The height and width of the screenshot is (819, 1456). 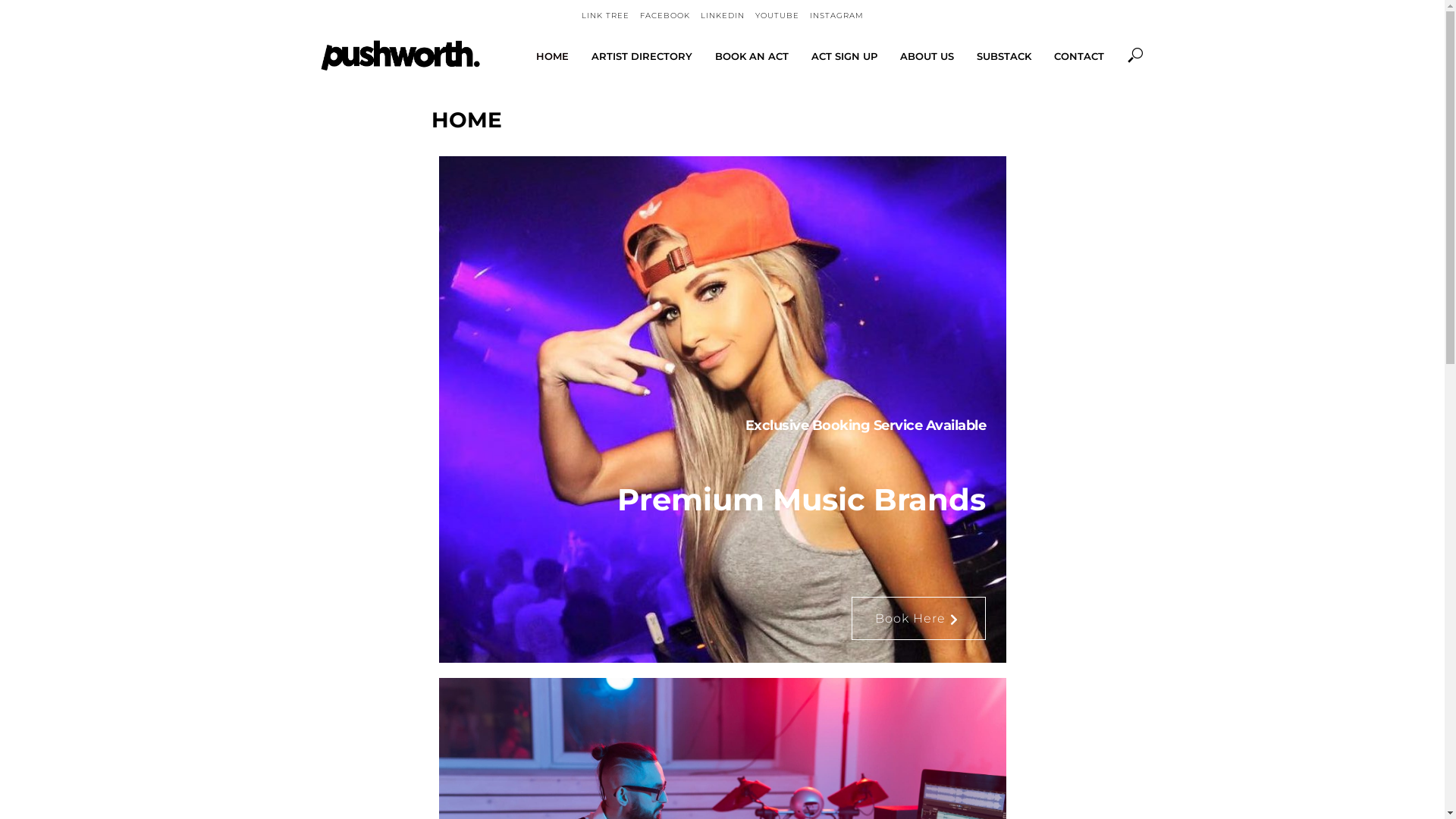 What do you see at coordinates (836, 15) in the screenshot?
I see `'INSTAGRAM'` at bounding box center [836, 15].